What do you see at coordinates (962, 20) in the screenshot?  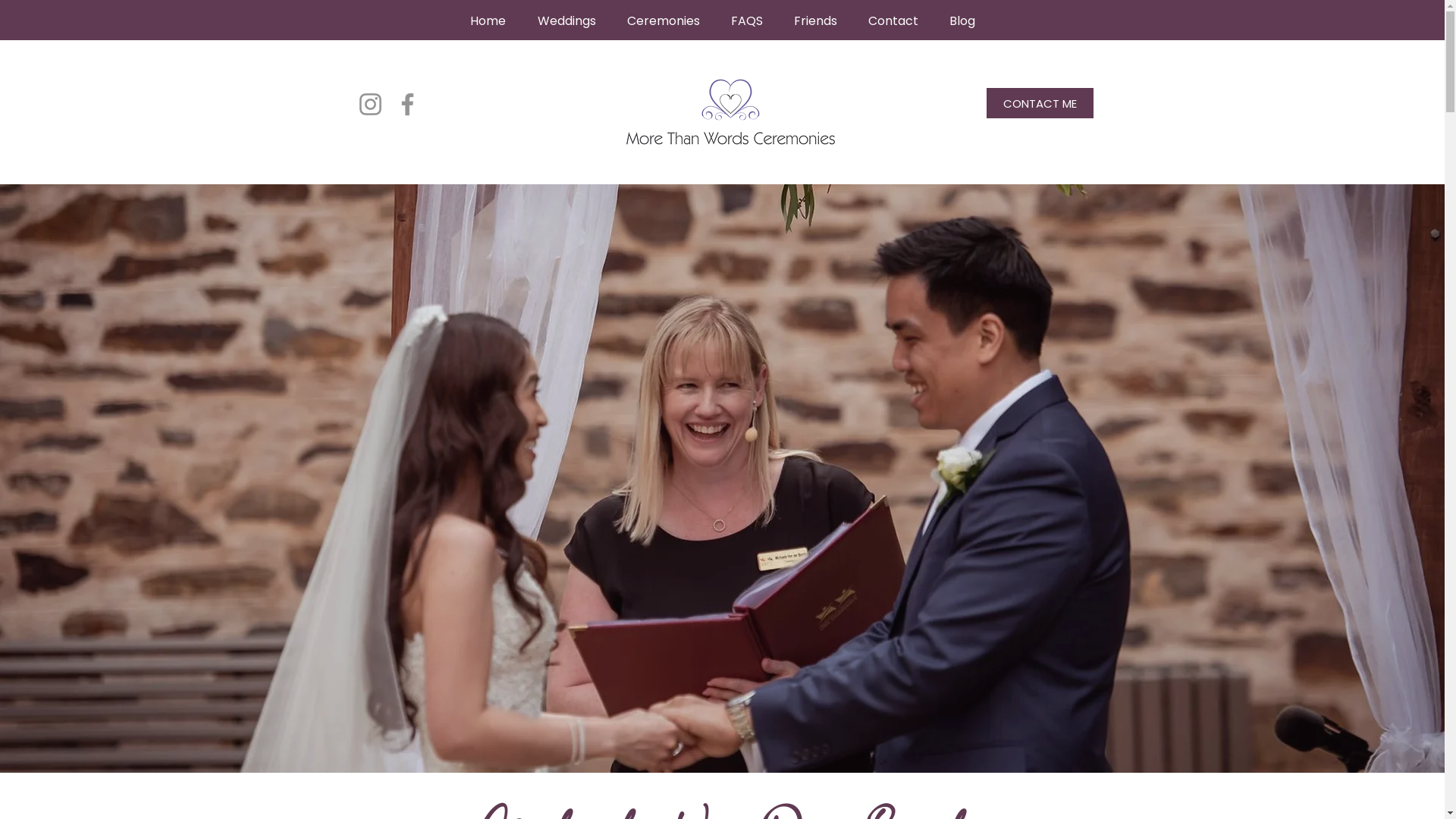 I see `'Blog'` at bounding box center [962, 20].